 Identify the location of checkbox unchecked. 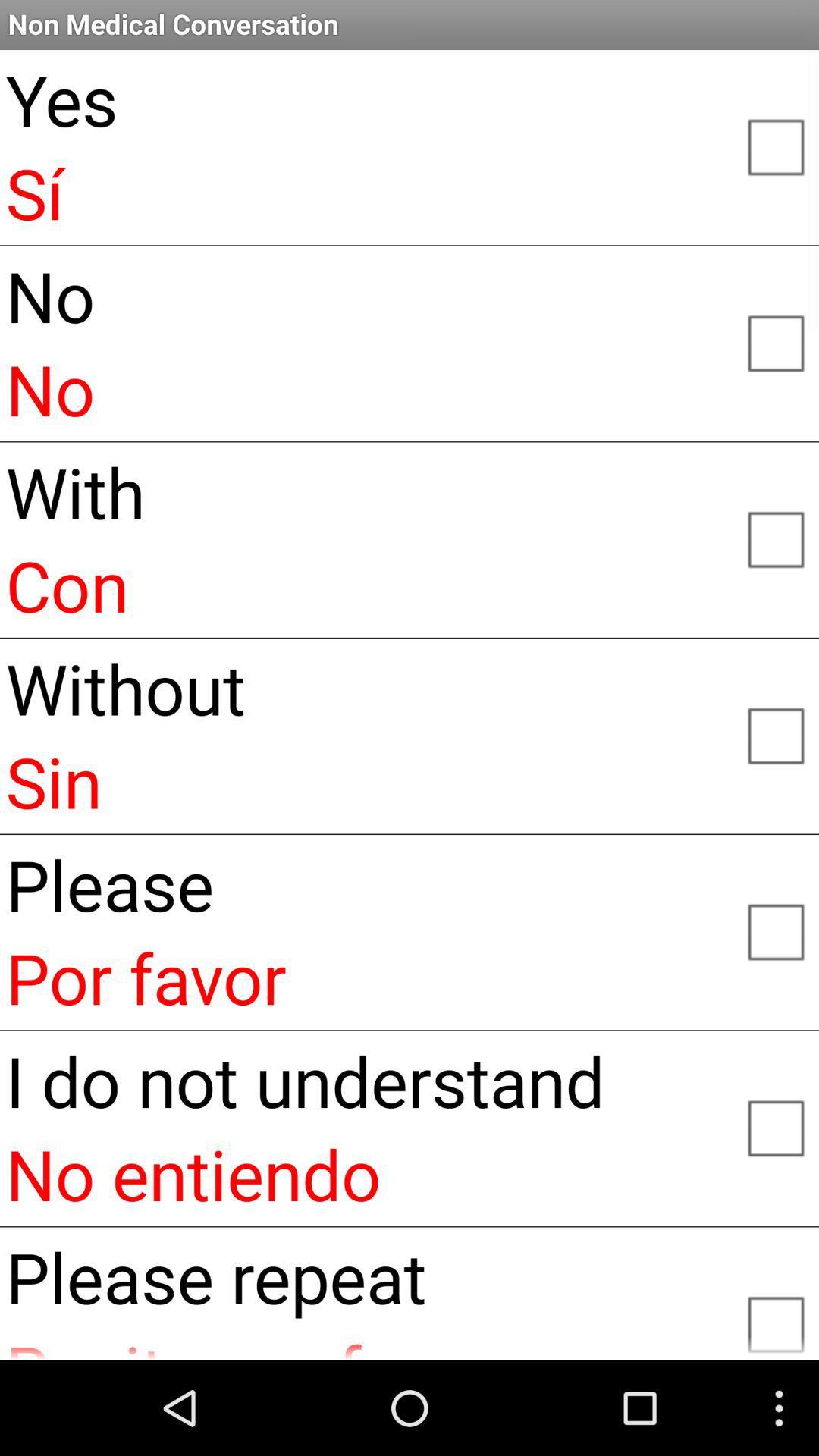
(775, 1127).